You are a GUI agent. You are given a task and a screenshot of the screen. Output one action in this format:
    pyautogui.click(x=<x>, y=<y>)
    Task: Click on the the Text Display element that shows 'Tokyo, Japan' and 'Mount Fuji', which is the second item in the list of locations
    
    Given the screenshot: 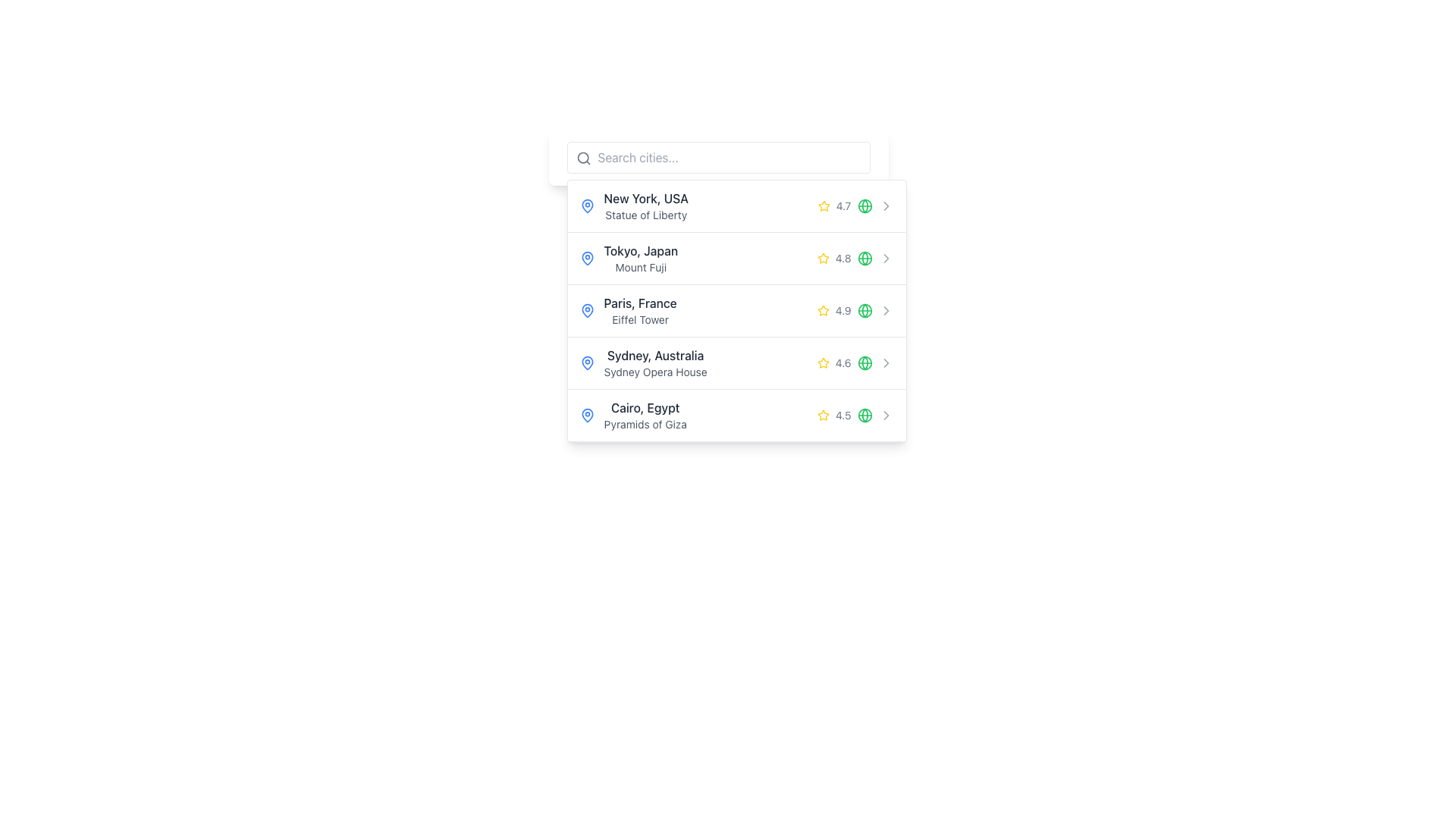 What is the action you would take?
    pyautogui.click(x=641, y=257)
    